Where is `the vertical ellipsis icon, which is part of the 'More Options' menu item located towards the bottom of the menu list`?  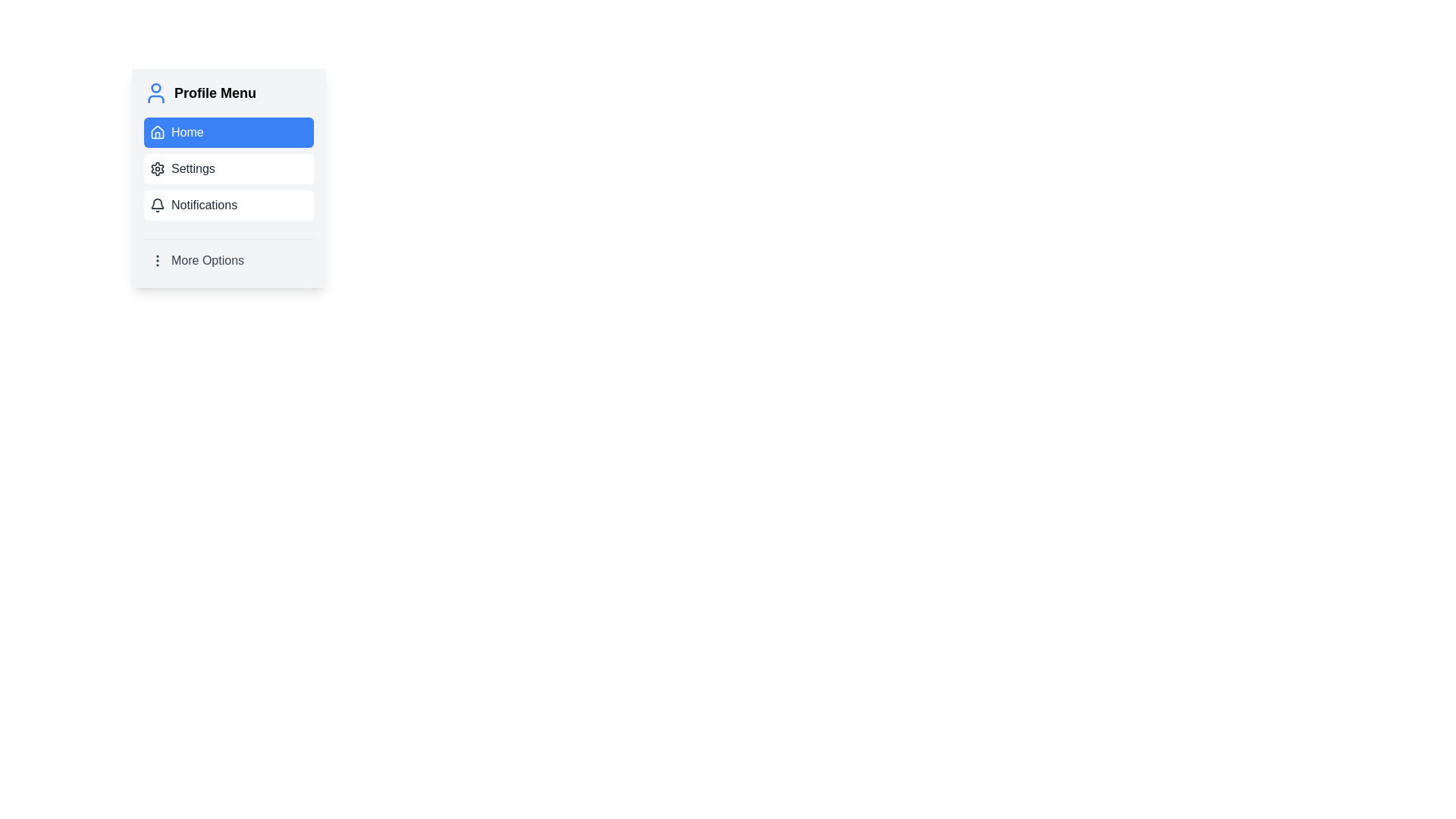
the vertical ellipsis icon, which is part of the 'More Options' menu item located towards the bottom of the menu list is located at coordinates (157, 259).